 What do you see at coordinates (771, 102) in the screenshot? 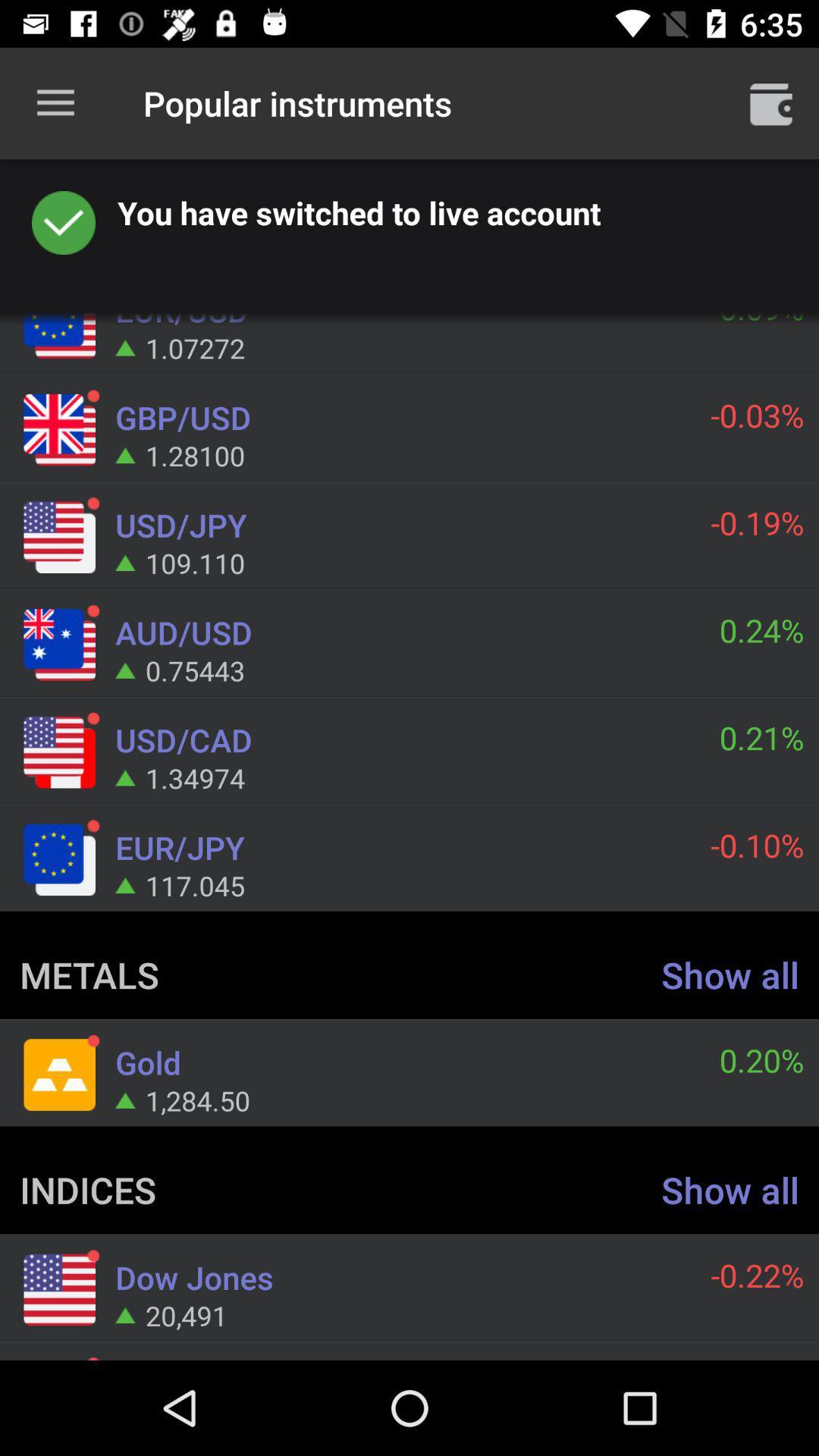
I see `other instruments` at bounding box center [771, 102].